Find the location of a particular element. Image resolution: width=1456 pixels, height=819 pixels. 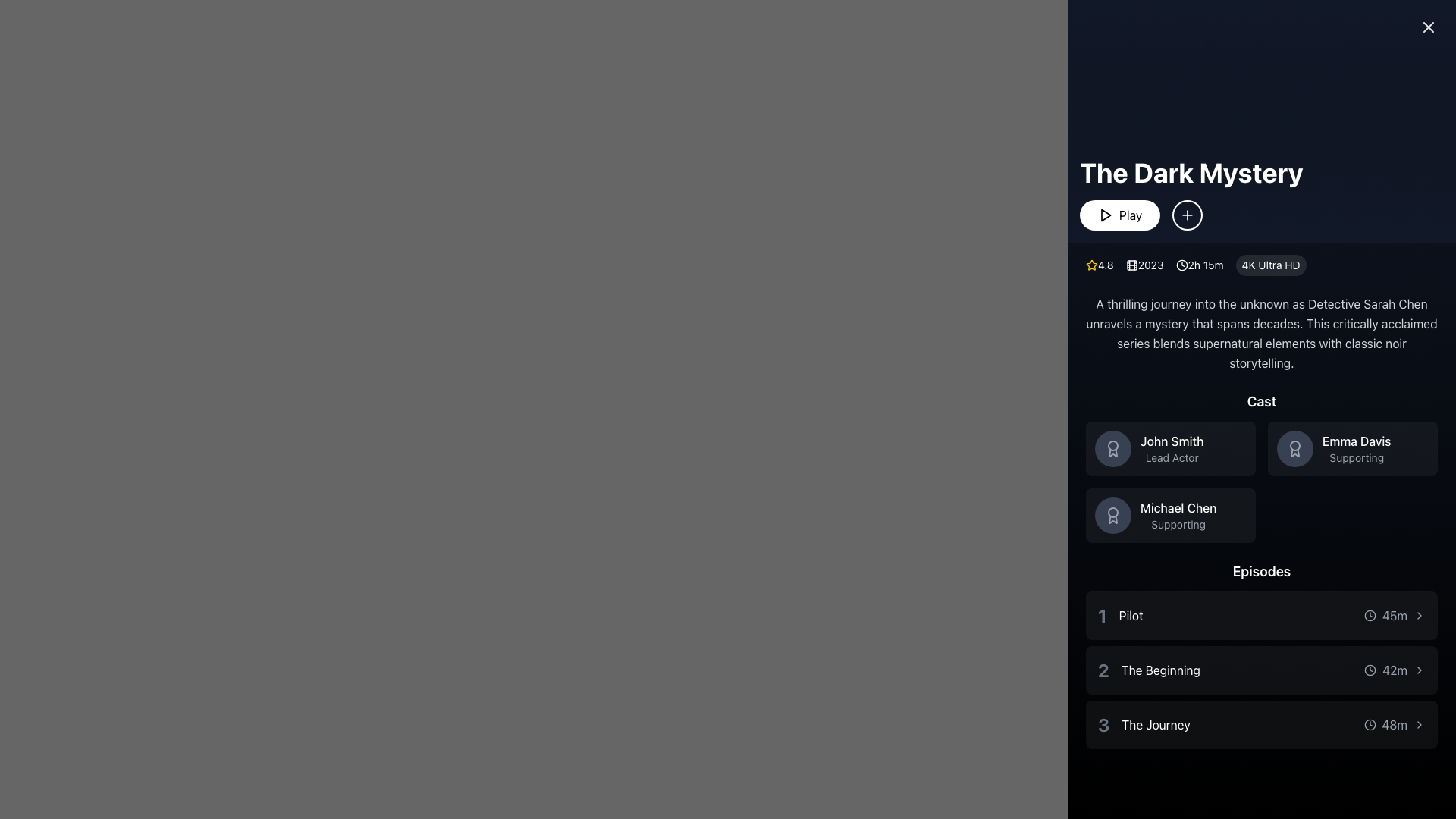

the Badge icon that visually indicates an achievement or prominent role associated with the cast member in the 'Cast' section of the interface is located at coordinates (1113, 512).